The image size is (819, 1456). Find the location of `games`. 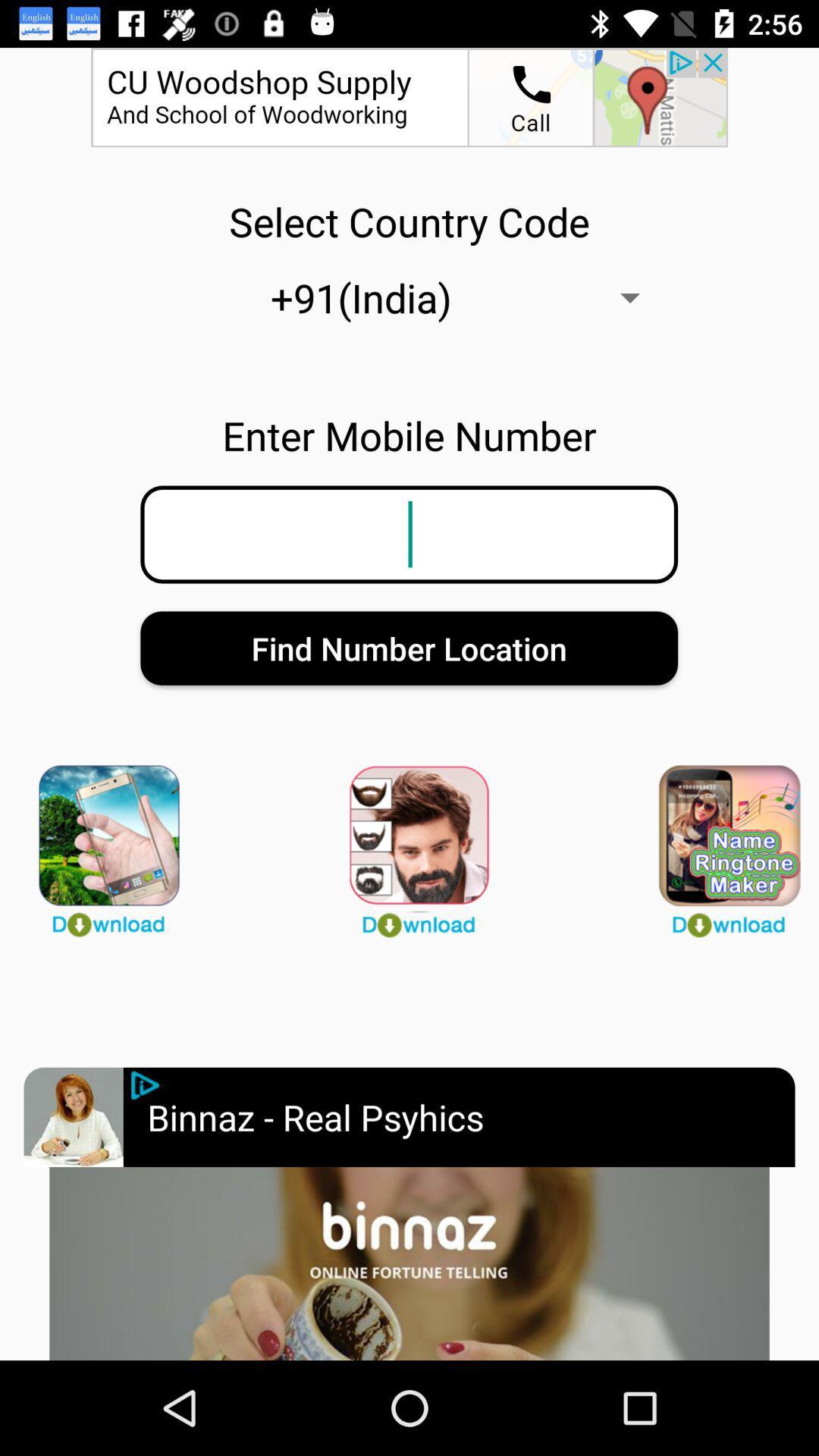

games is located at coordinates (718, 843).